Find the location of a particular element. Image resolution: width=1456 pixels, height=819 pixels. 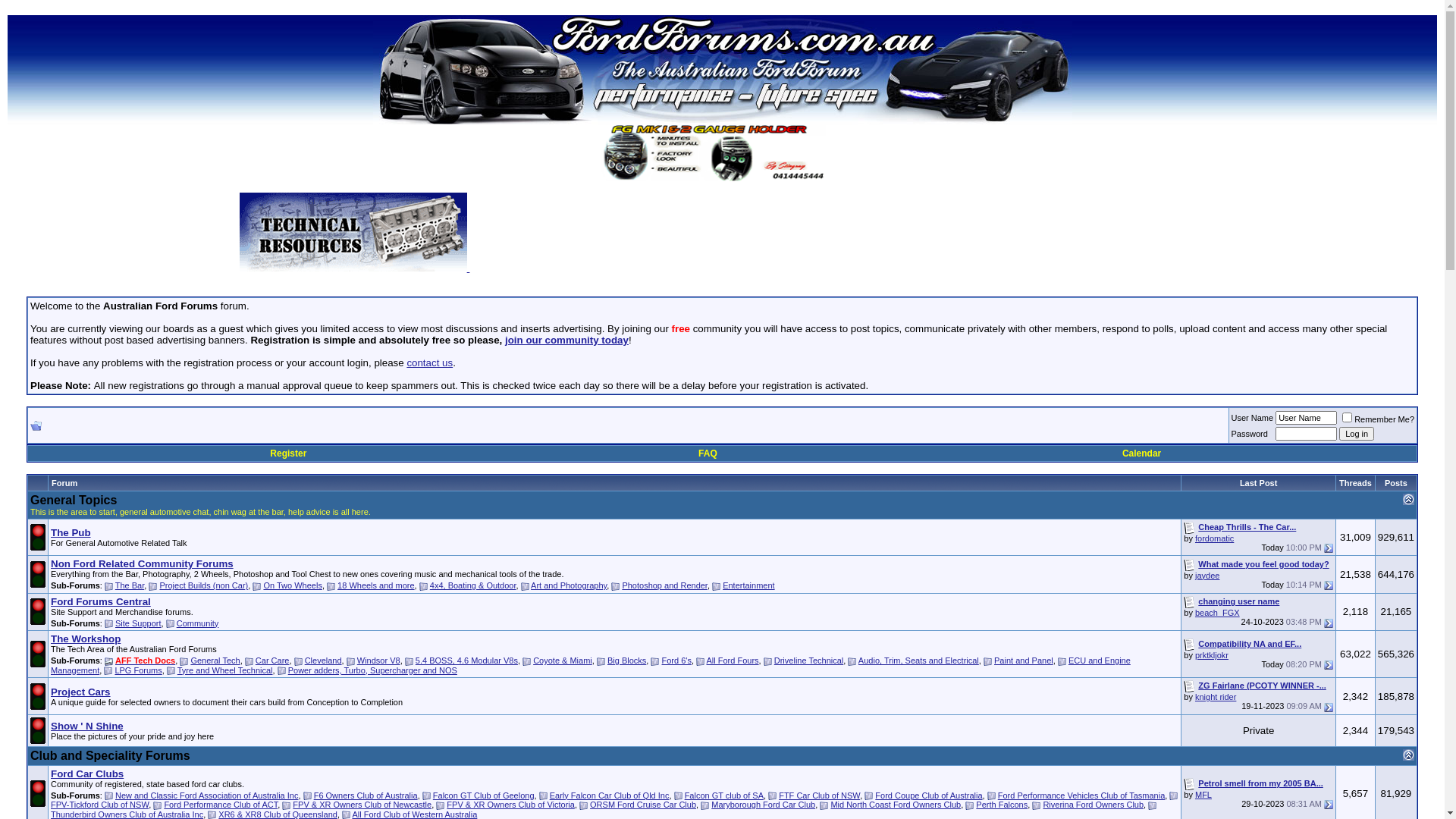

'Ford Performance Vehicles Club of Tasmania' is located at coordinates (1081, 795).